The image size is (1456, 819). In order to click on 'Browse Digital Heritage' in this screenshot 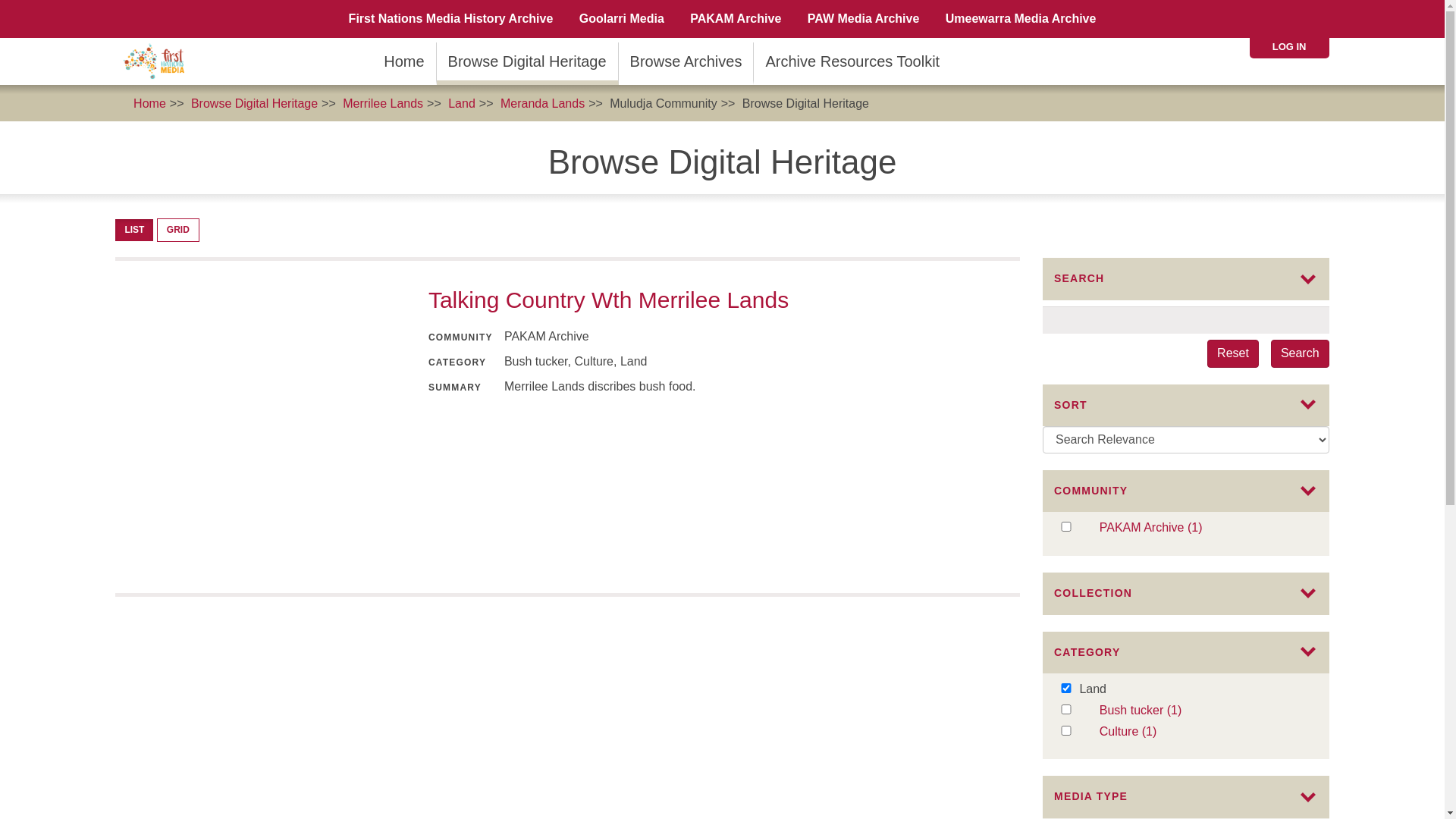, I will do `click(254, 102)`.